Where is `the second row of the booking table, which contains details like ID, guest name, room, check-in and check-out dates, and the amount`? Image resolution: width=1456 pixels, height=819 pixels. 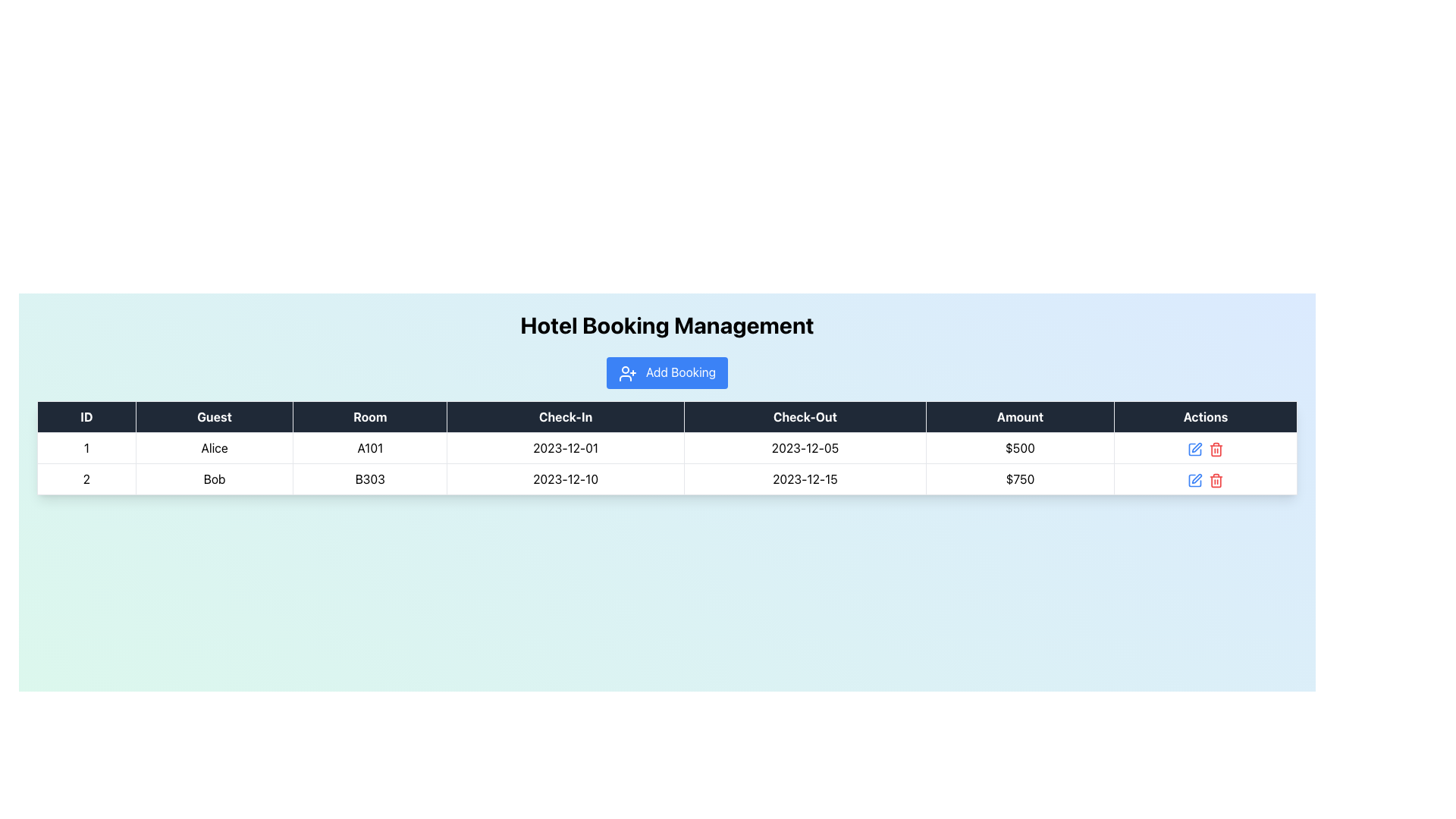 the second row of the booking table, which contains details like ID, guest name, room, check-in and check-out dates, and the amount is located at coordinates (667, 479).